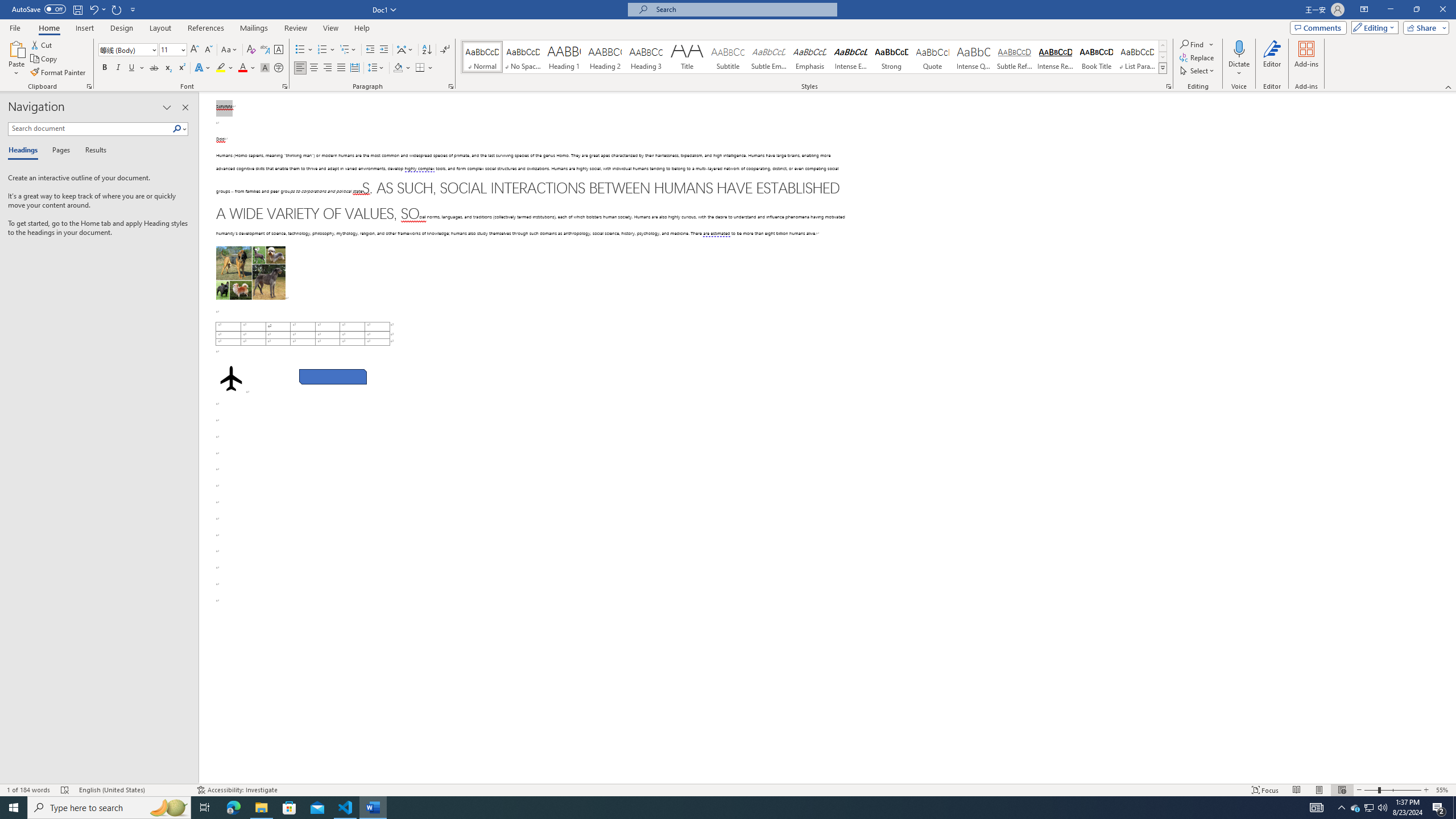 The width and height of the screenshot is (1456, 819). Describe the element at coordinates (1162, 68) in the screenshot. I see `'Class: NetUIImage'` at that location.